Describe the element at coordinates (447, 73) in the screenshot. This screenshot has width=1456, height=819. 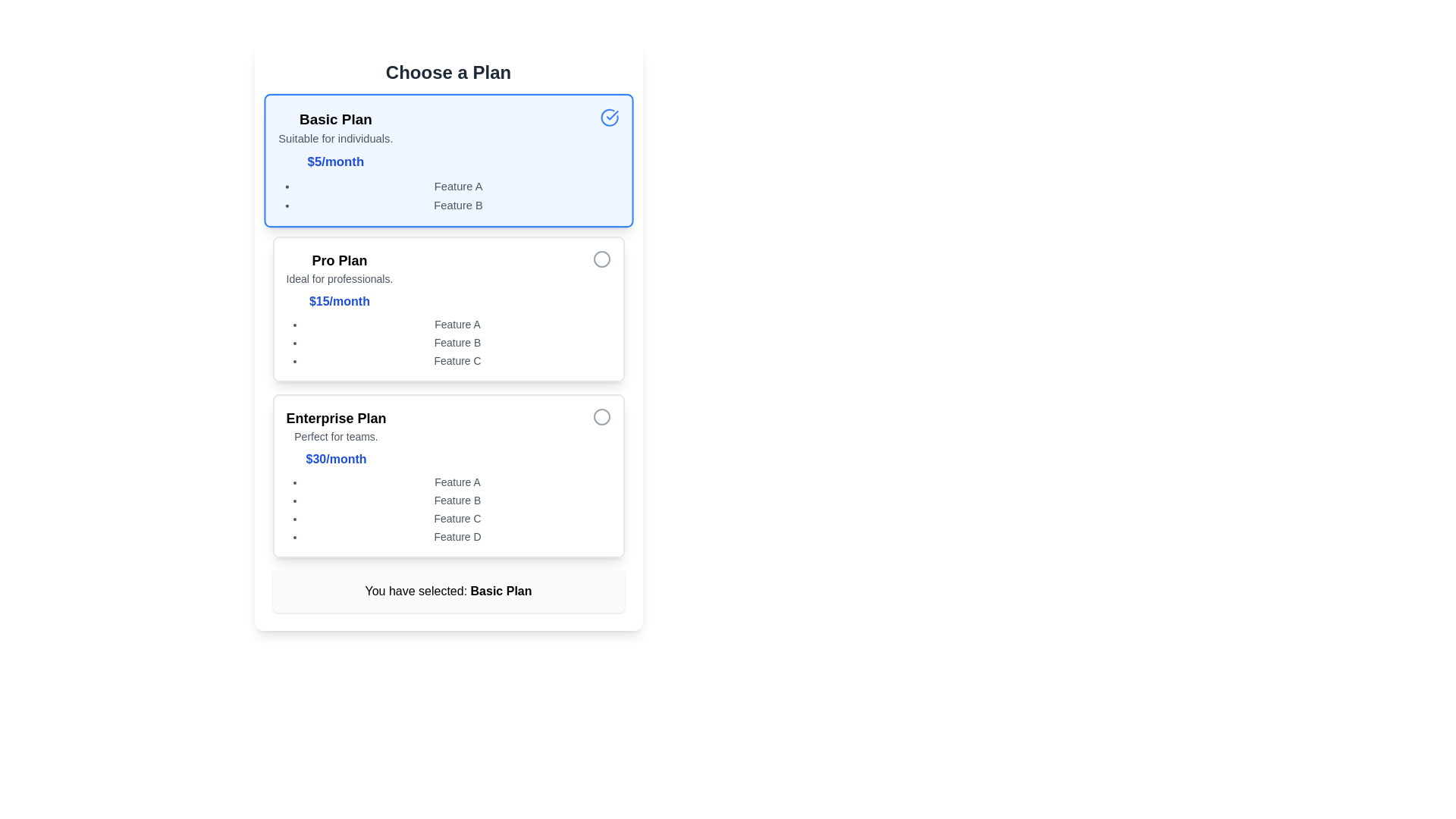
I see `the header text element that serves as the title for the plans section, positioned at the top center of the layout` at that location.